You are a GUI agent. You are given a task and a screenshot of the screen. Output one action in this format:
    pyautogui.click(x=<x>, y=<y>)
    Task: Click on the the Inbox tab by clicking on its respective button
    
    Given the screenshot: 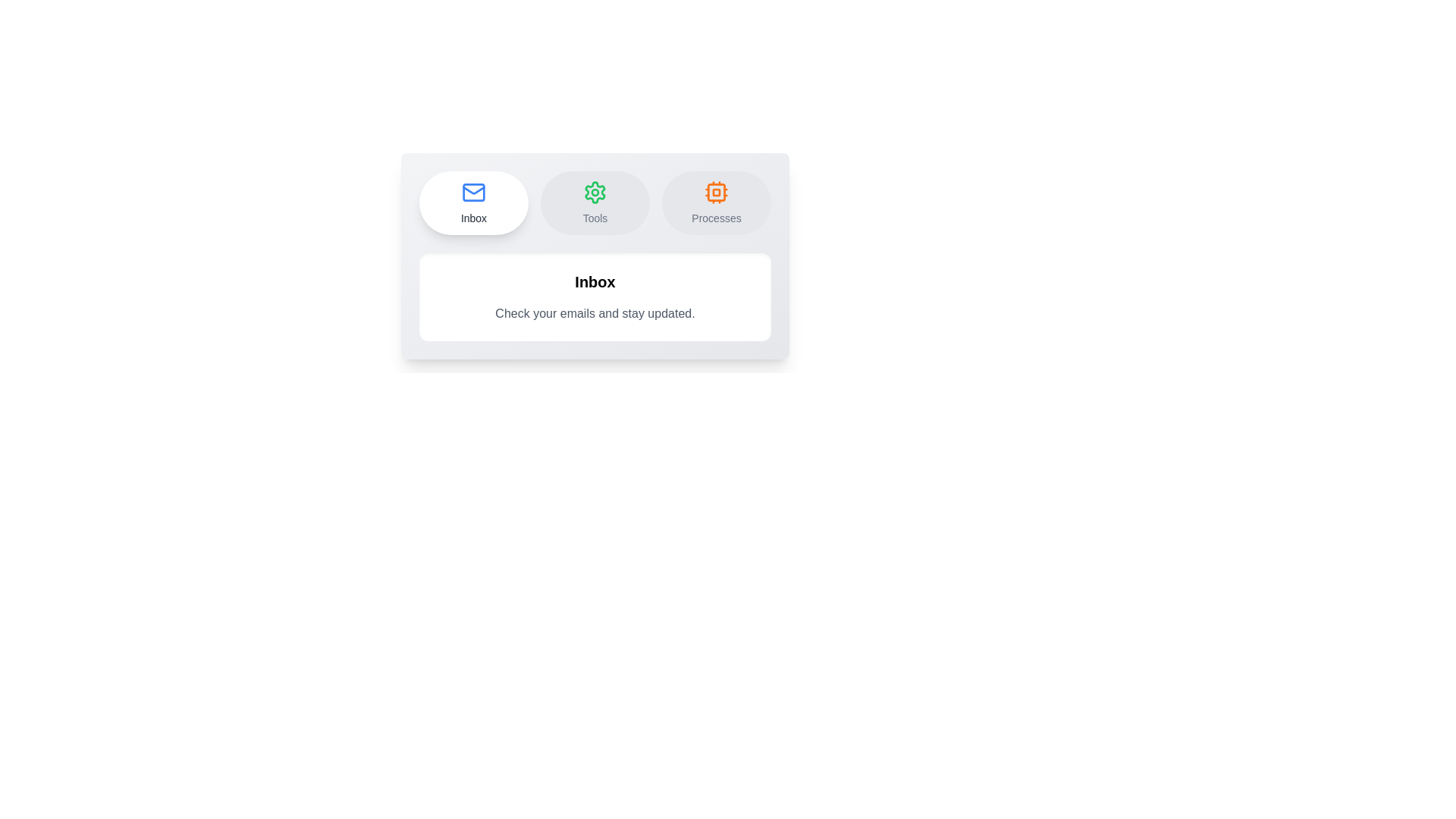 What is the action you would take?
    pyautogui.click(x=472, y=202)
    